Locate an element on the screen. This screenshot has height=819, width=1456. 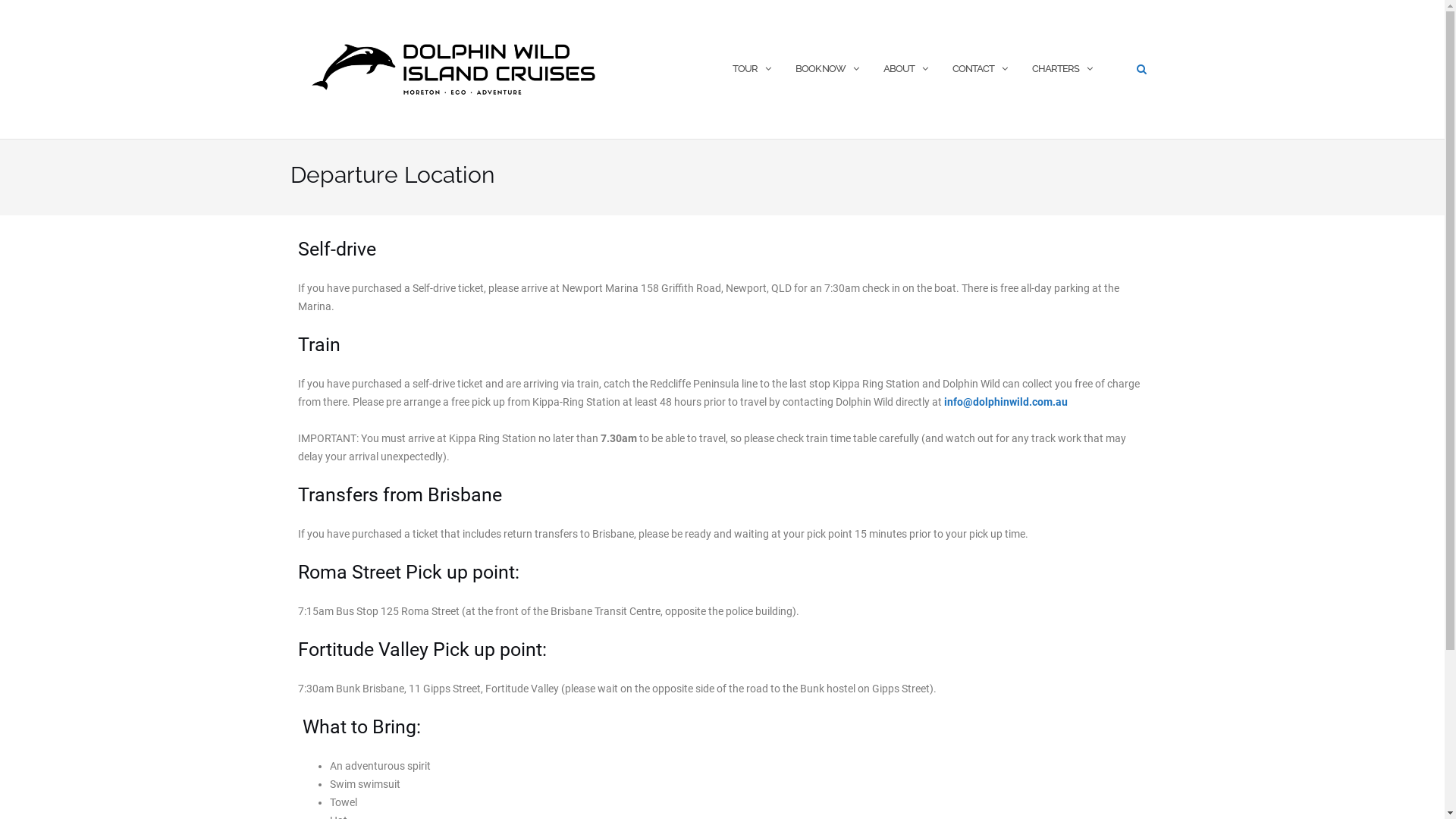
'CONTACT' is located at coordinates (973, 69).